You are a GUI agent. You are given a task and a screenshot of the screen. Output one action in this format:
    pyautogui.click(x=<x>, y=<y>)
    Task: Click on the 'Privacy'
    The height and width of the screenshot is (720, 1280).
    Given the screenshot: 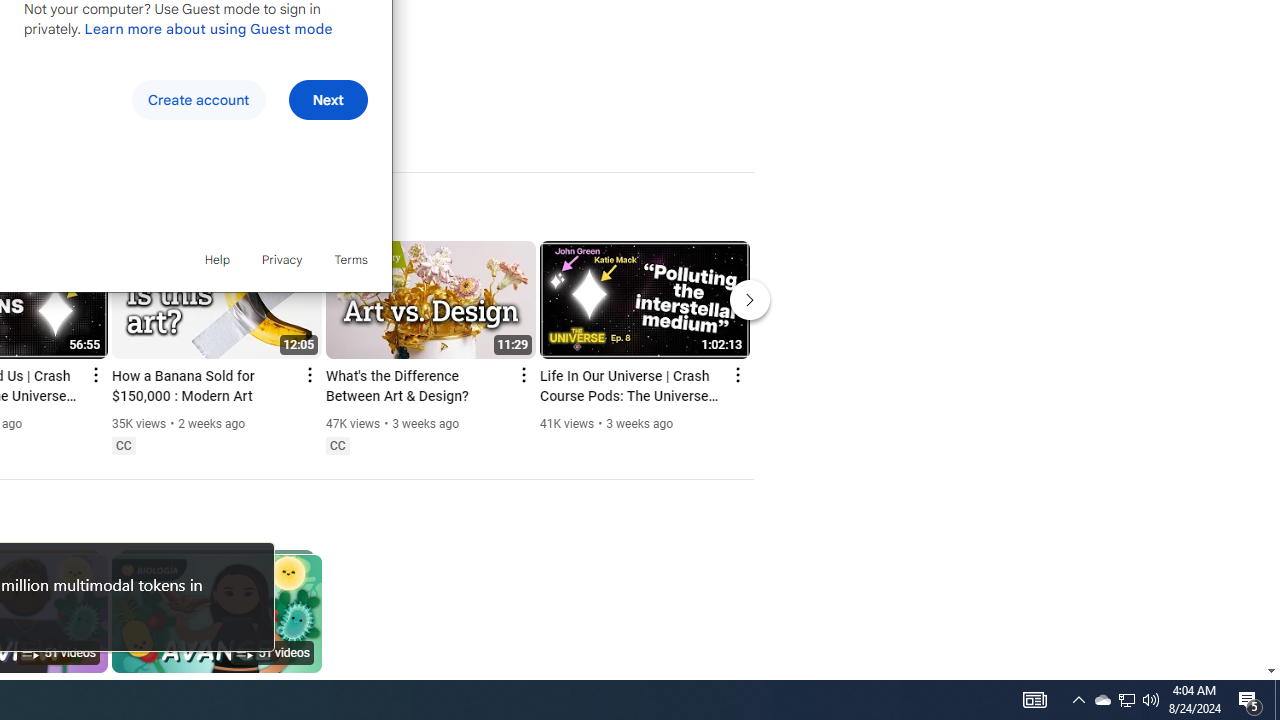 What is the action you would take?
    pyautogui.click(x=281, y=258)
    